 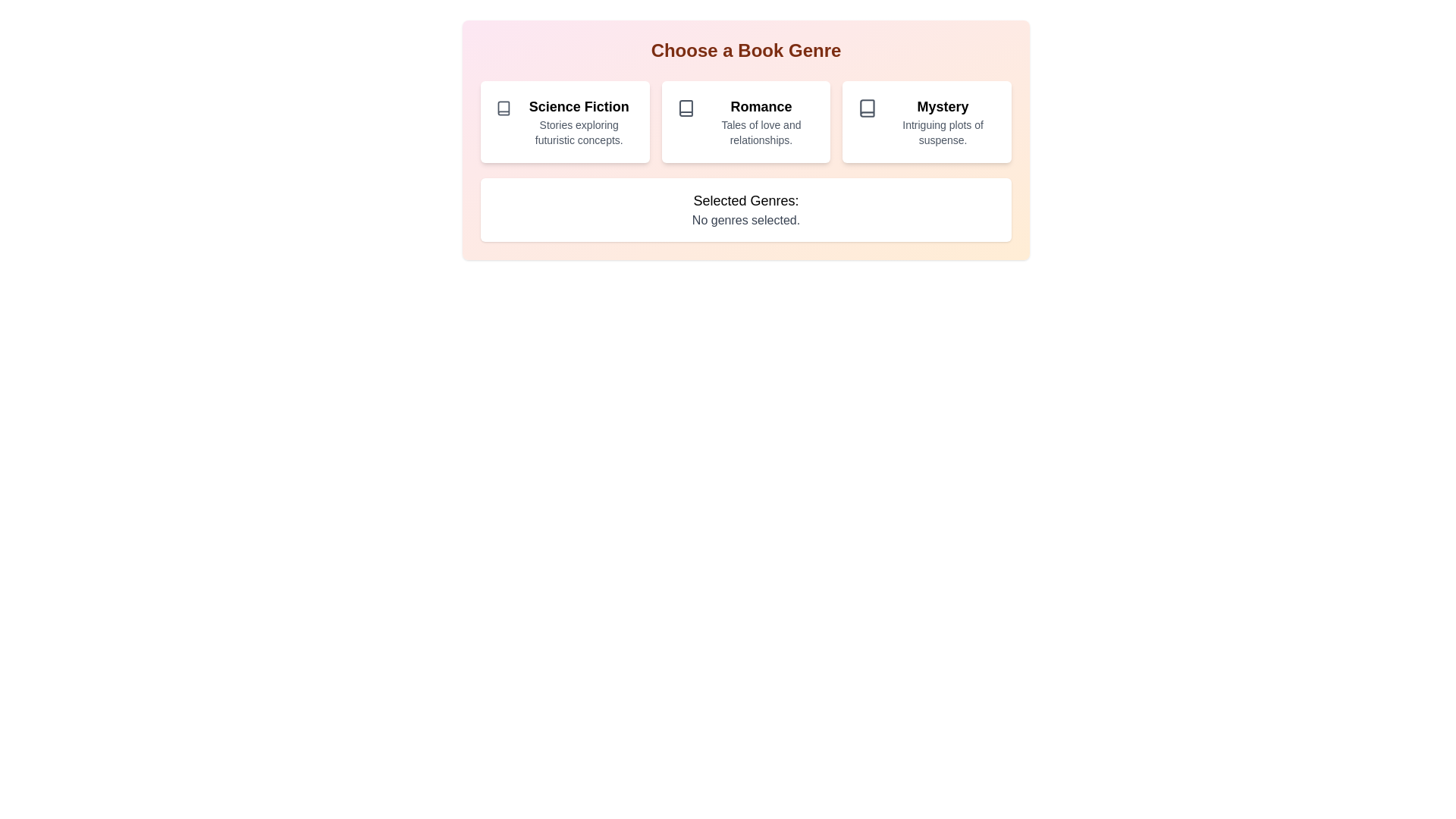 I want to click on the text display box that shows selected genres, currently indicating no genres have been selected, so click(x=745, y=210).